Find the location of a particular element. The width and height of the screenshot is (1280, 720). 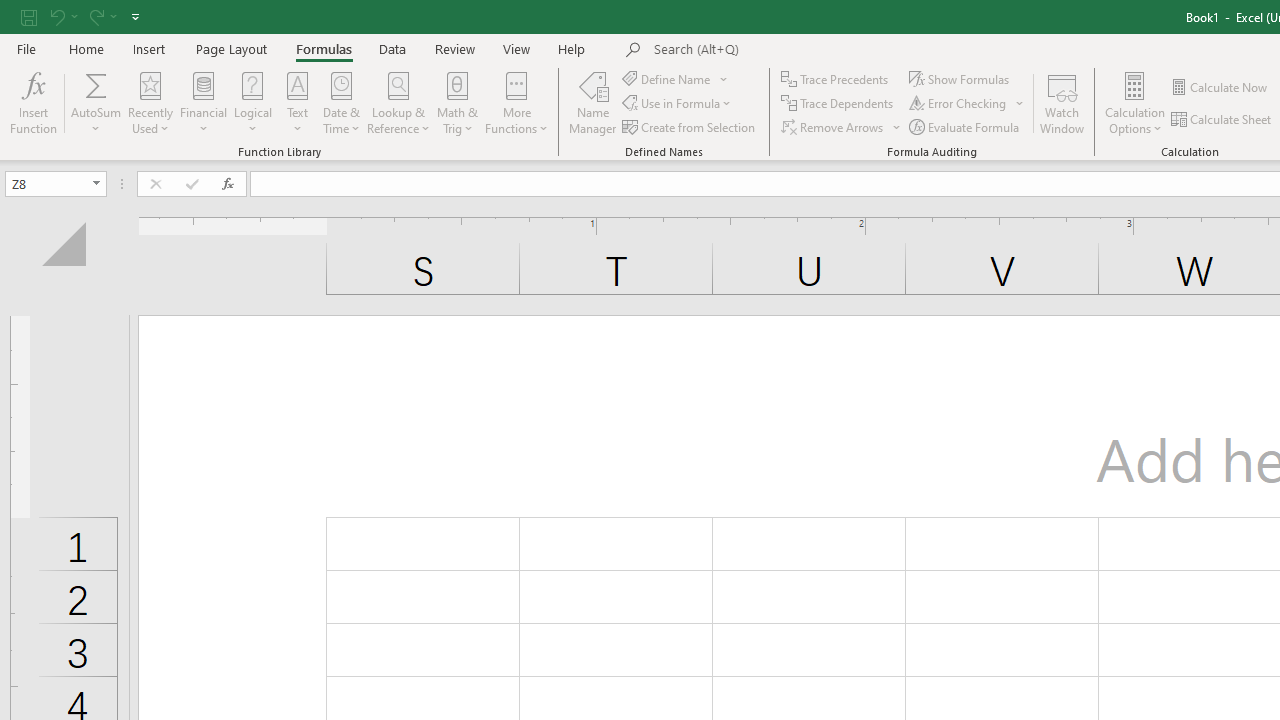

'Calculate Now' is located at coordinates (1219, 86).